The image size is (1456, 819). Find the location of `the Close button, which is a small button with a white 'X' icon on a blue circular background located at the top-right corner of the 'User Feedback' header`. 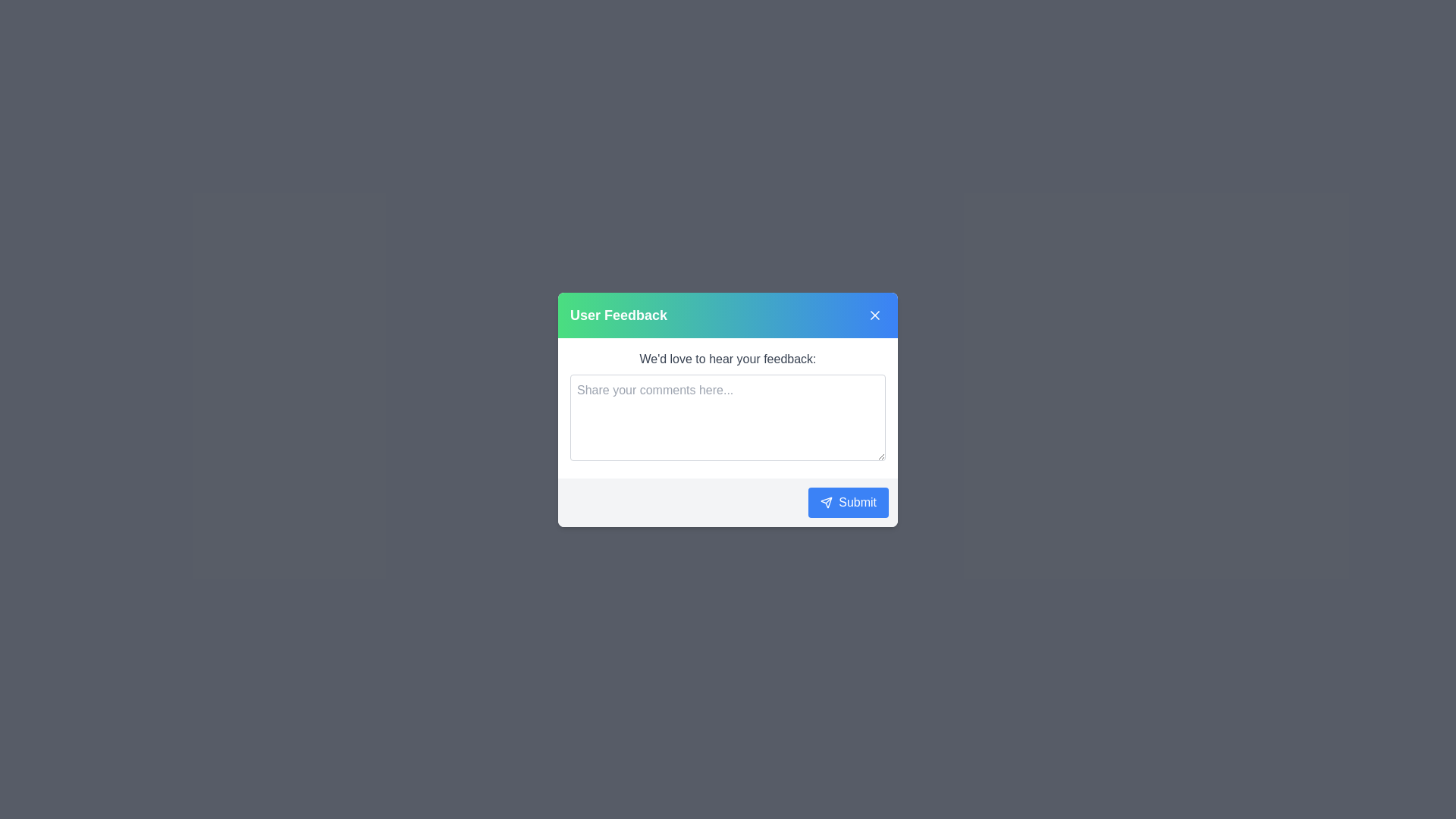

the Close button, which is a small button with a white 'X' icon on a blue circular background located at the top-right corner of the 'User Feedback' header is located at coordinates (874, 314).